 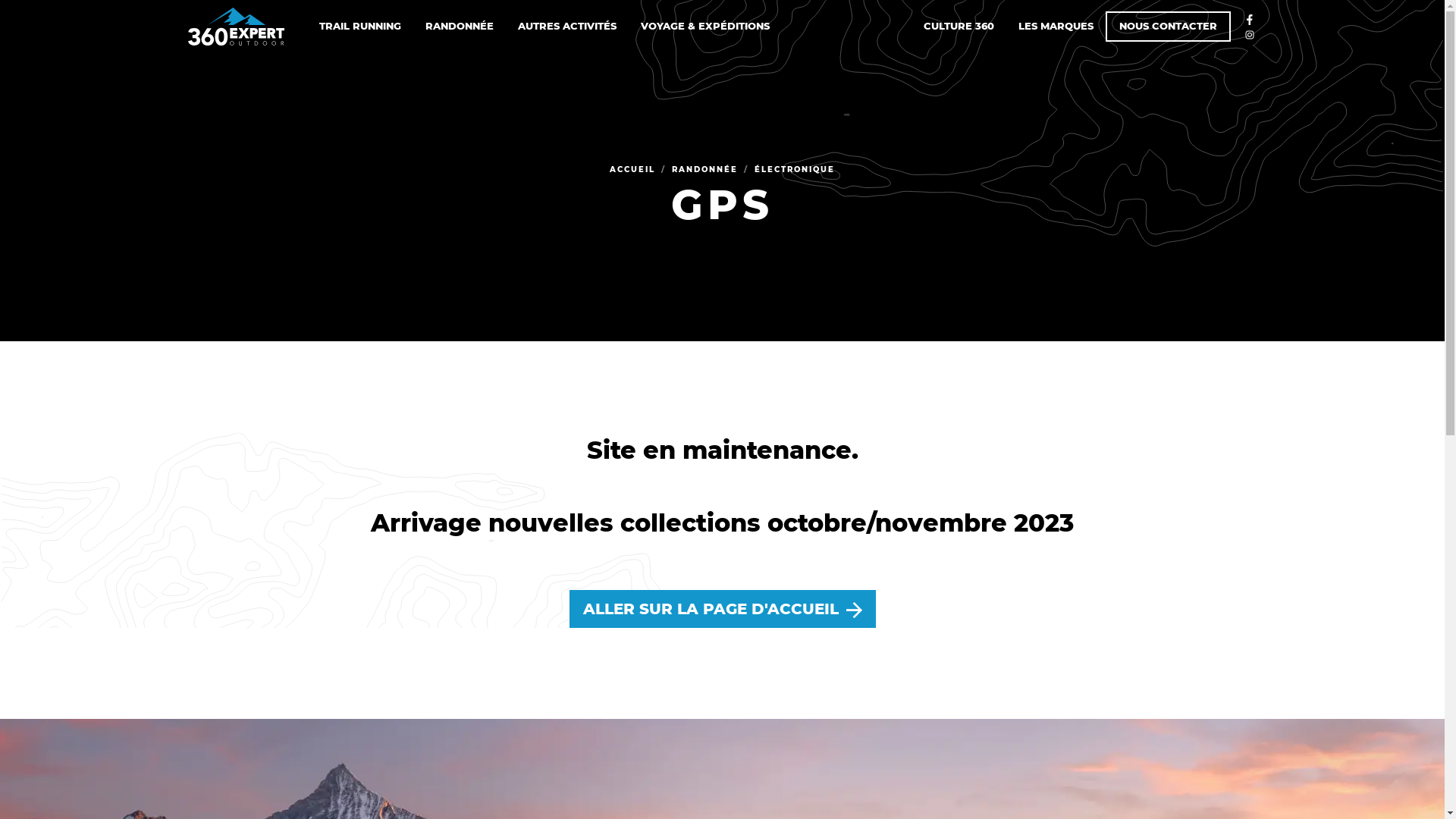 What do you see at coordinates (958, 26) in the screenshot?
I see `'CULTURE 360'` at bounding box center [958, 26].